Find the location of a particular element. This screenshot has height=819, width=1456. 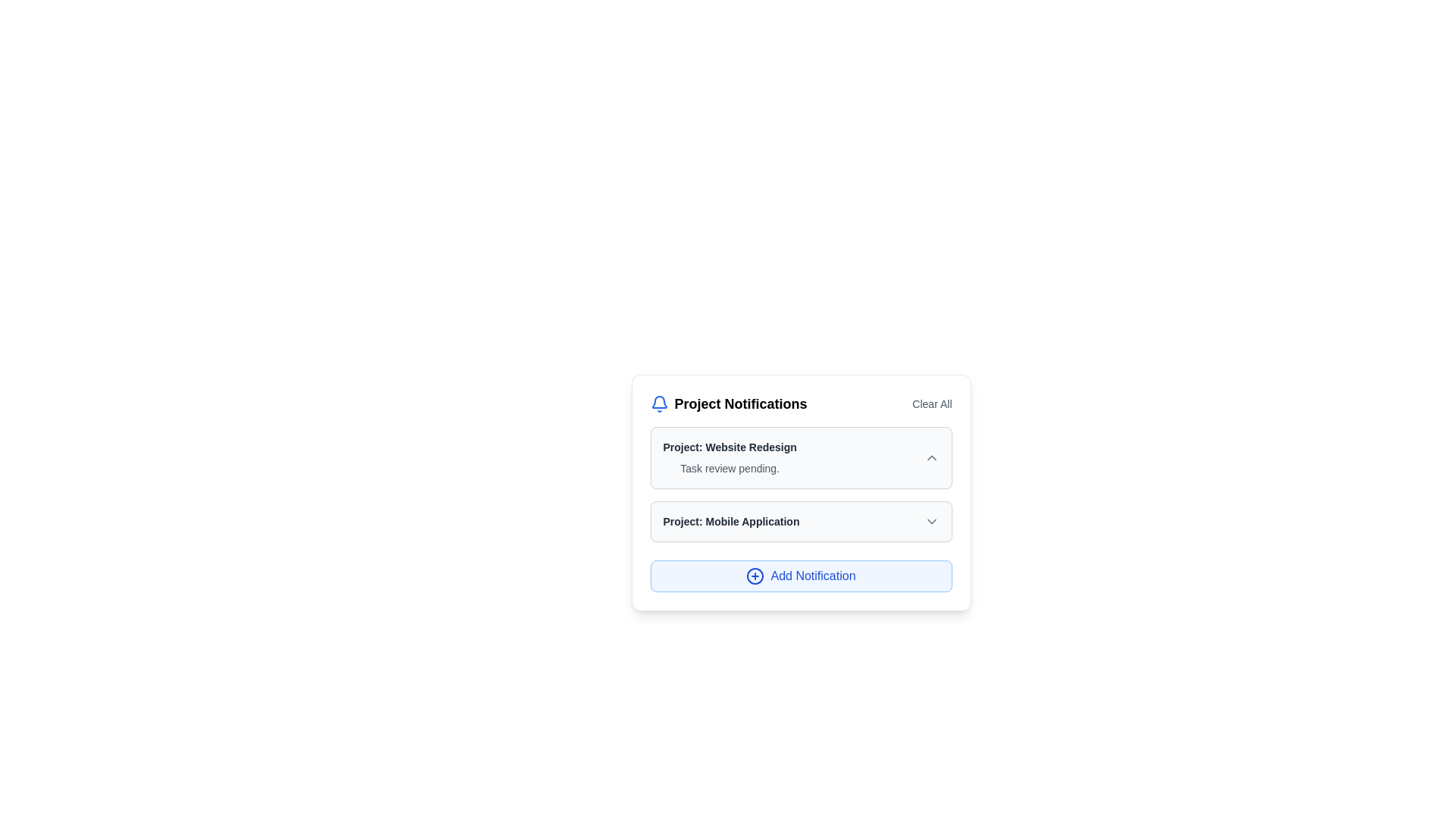

the upward-facing chevron icon button, which is styled gray and located at the upper right corner of the 'Project: Website Redesign' notification block, to change its shade is located at coordinates (930, 457).